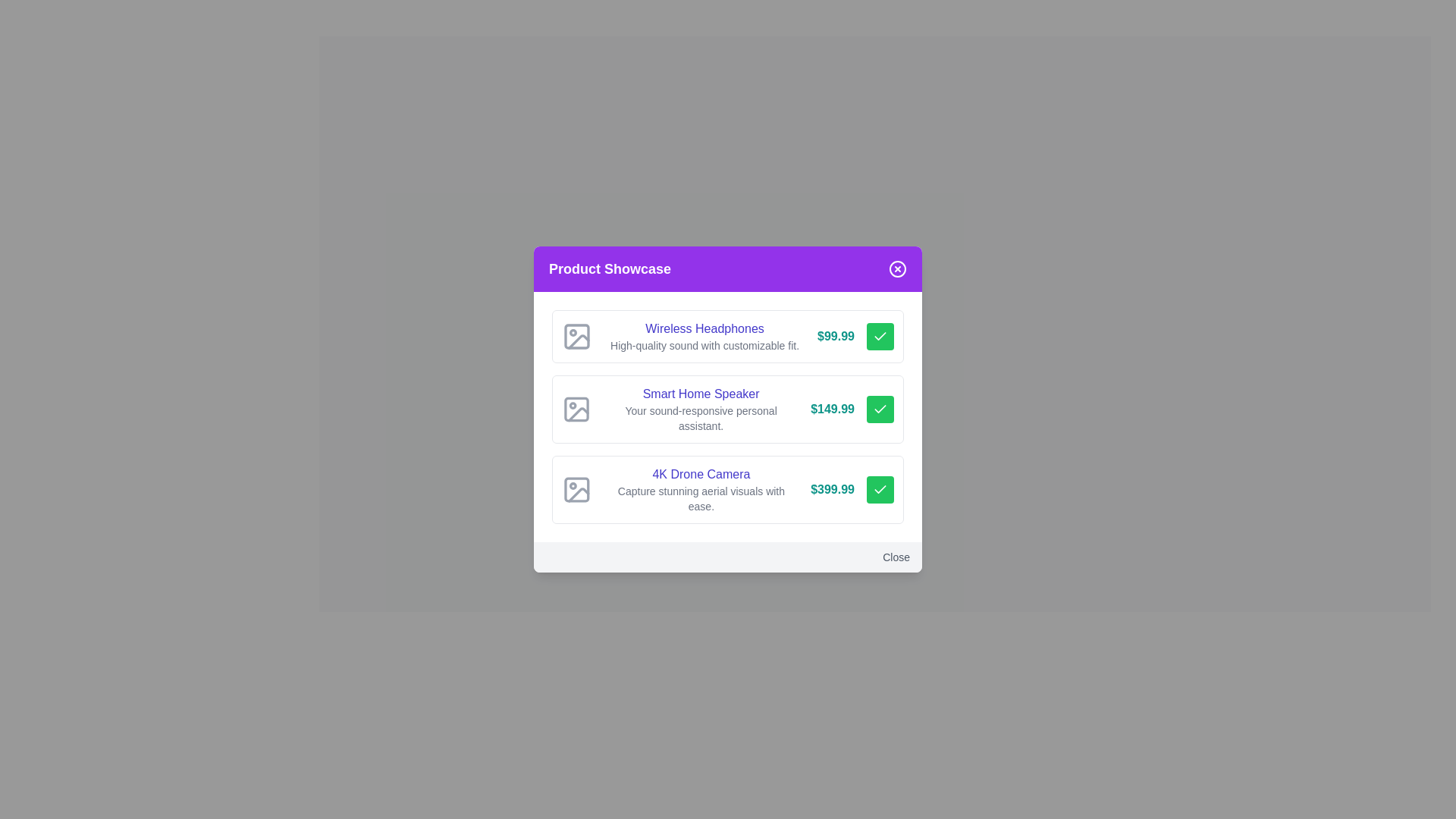  What do you see at coordinates (700, 489) in the screenshot?
I see `the Text Label displaying '4K Drone Camera' which is located between 'Smart Home Speaker' and 'Close' in the product showcase list` at bounding box center [700, 489].